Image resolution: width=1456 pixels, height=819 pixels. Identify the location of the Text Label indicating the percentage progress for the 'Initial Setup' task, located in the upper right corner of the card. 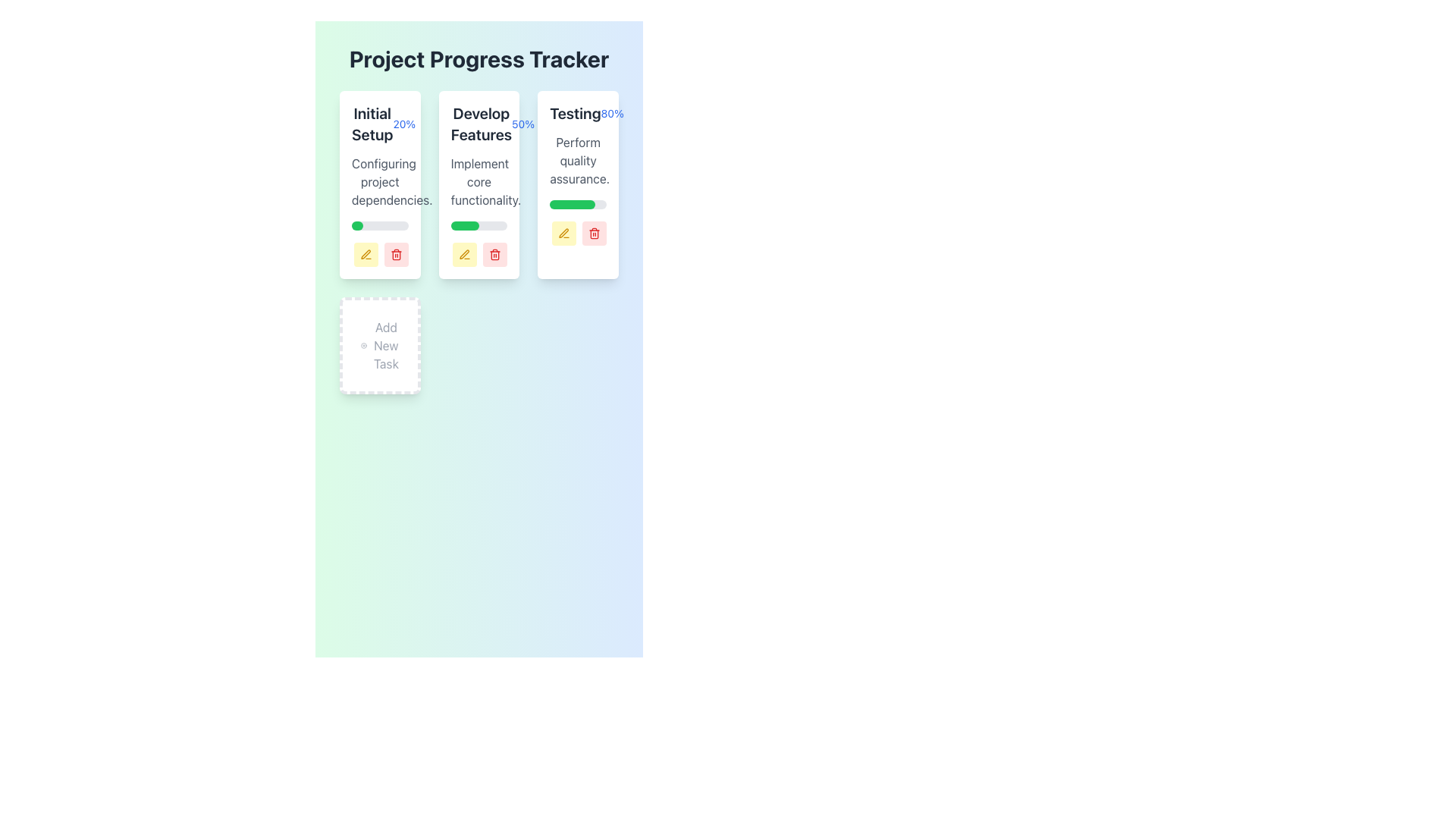
(404, 124).